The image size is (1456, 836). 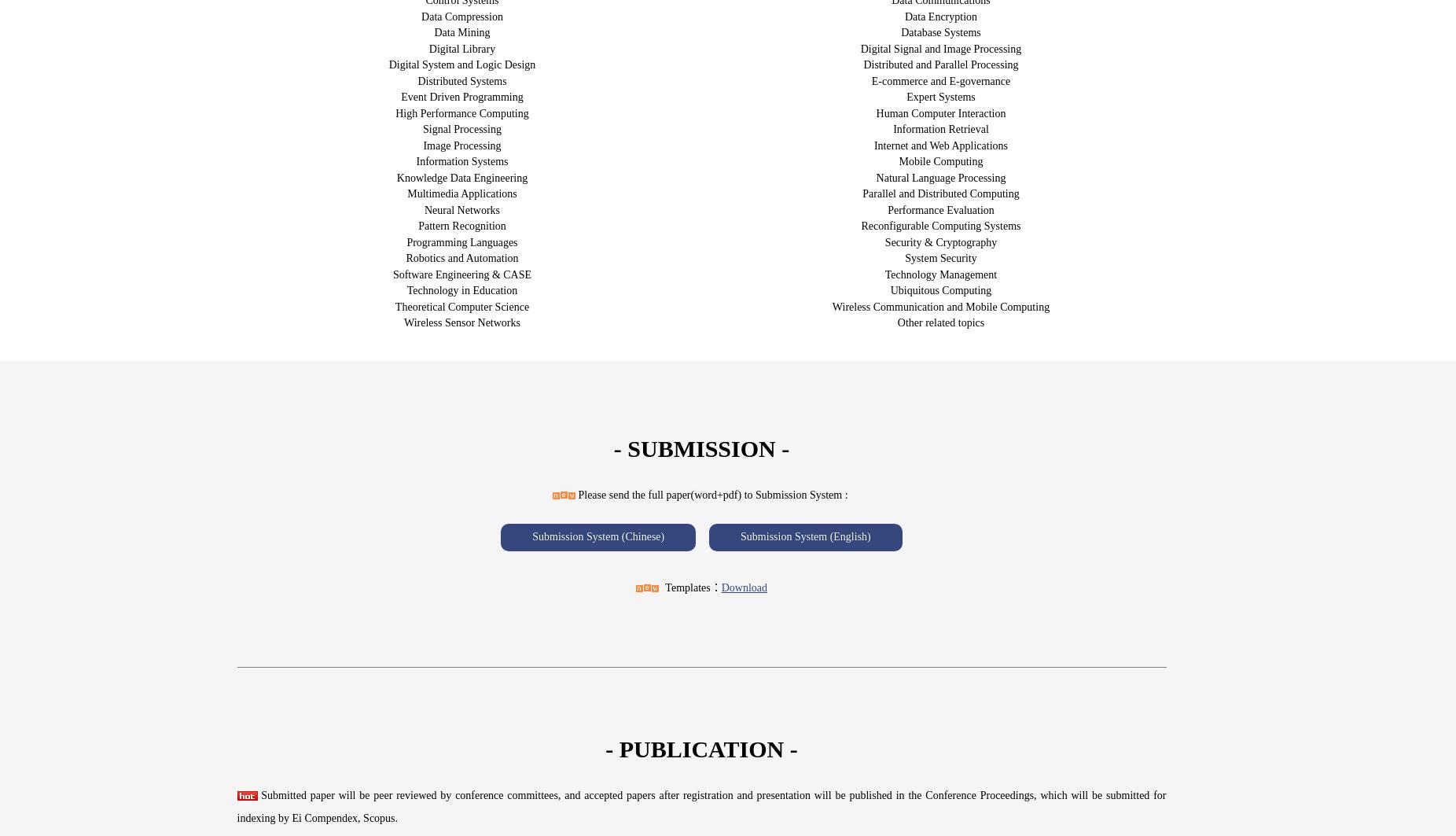 What do you see at coordinates (461, 16) in the screenshot?
I see `'Data Compression'` at bounding box center [461, 16].